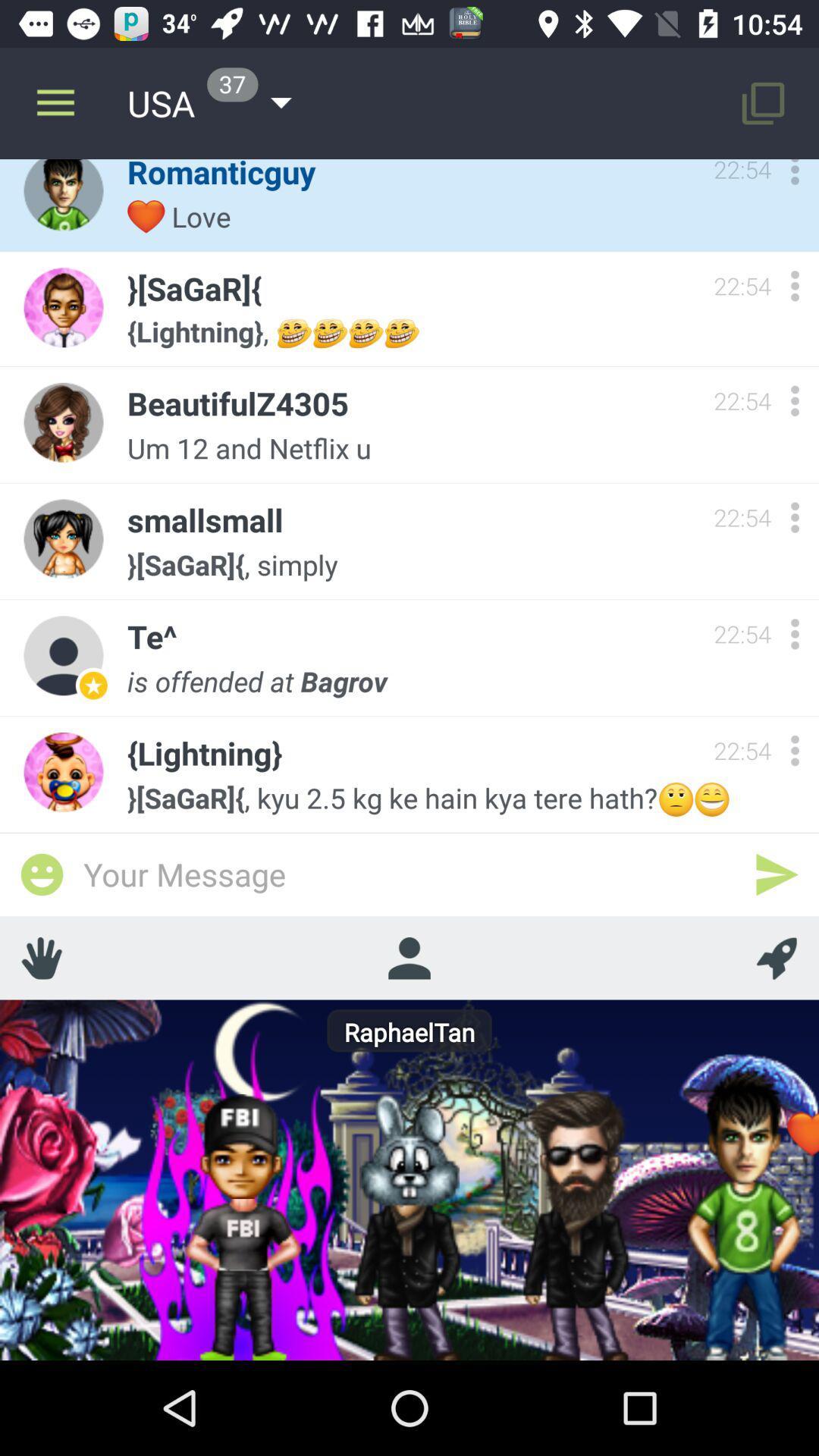  I want to click on icon next to romanticguy icon, so click(55, 102).